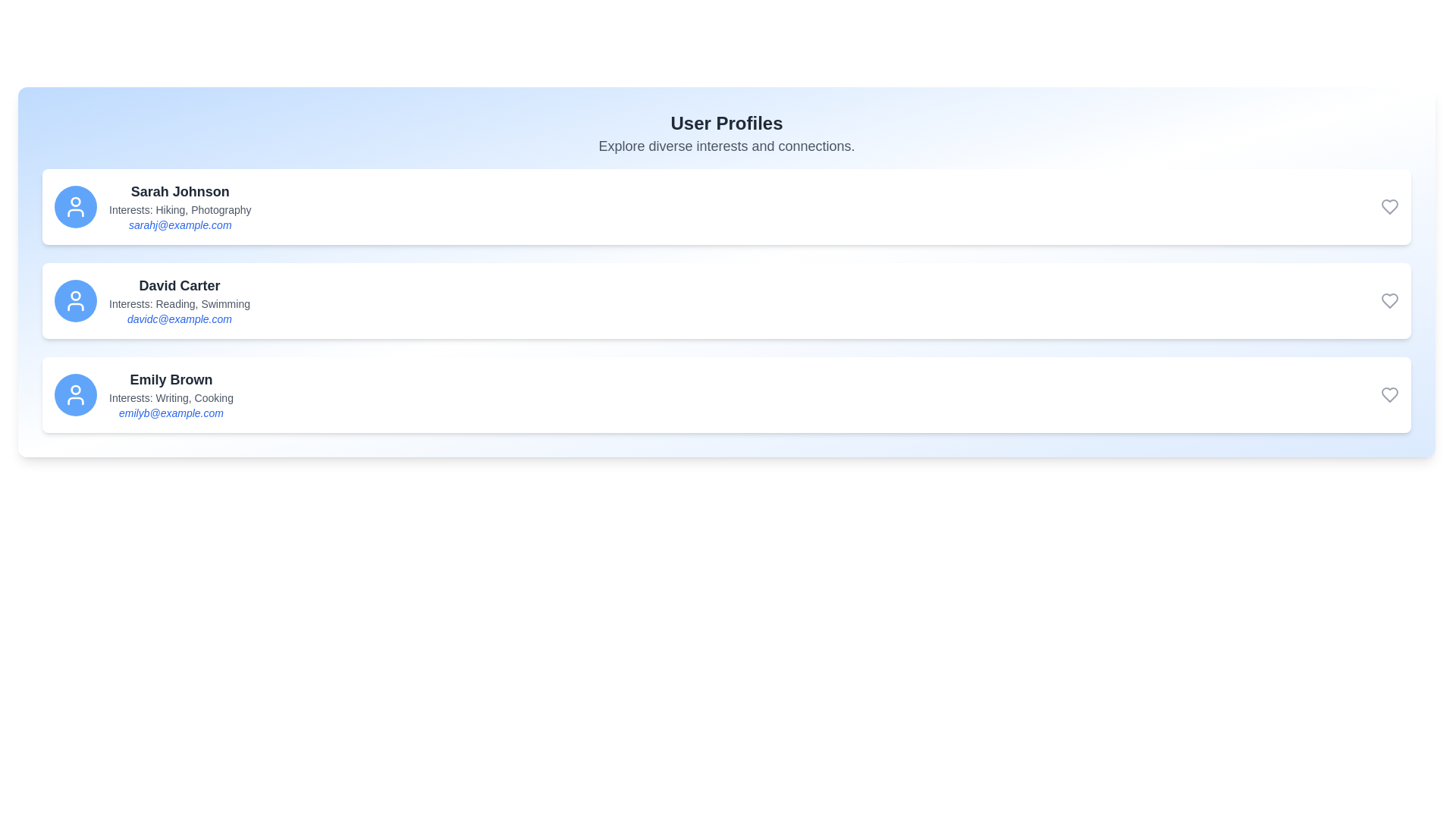 The height and width of the screenshot is (819, 1456). Describe the element at coordinates (726, 394) in the screenshot. I see `the user profile of Emily Brown to highlight it` at that location.